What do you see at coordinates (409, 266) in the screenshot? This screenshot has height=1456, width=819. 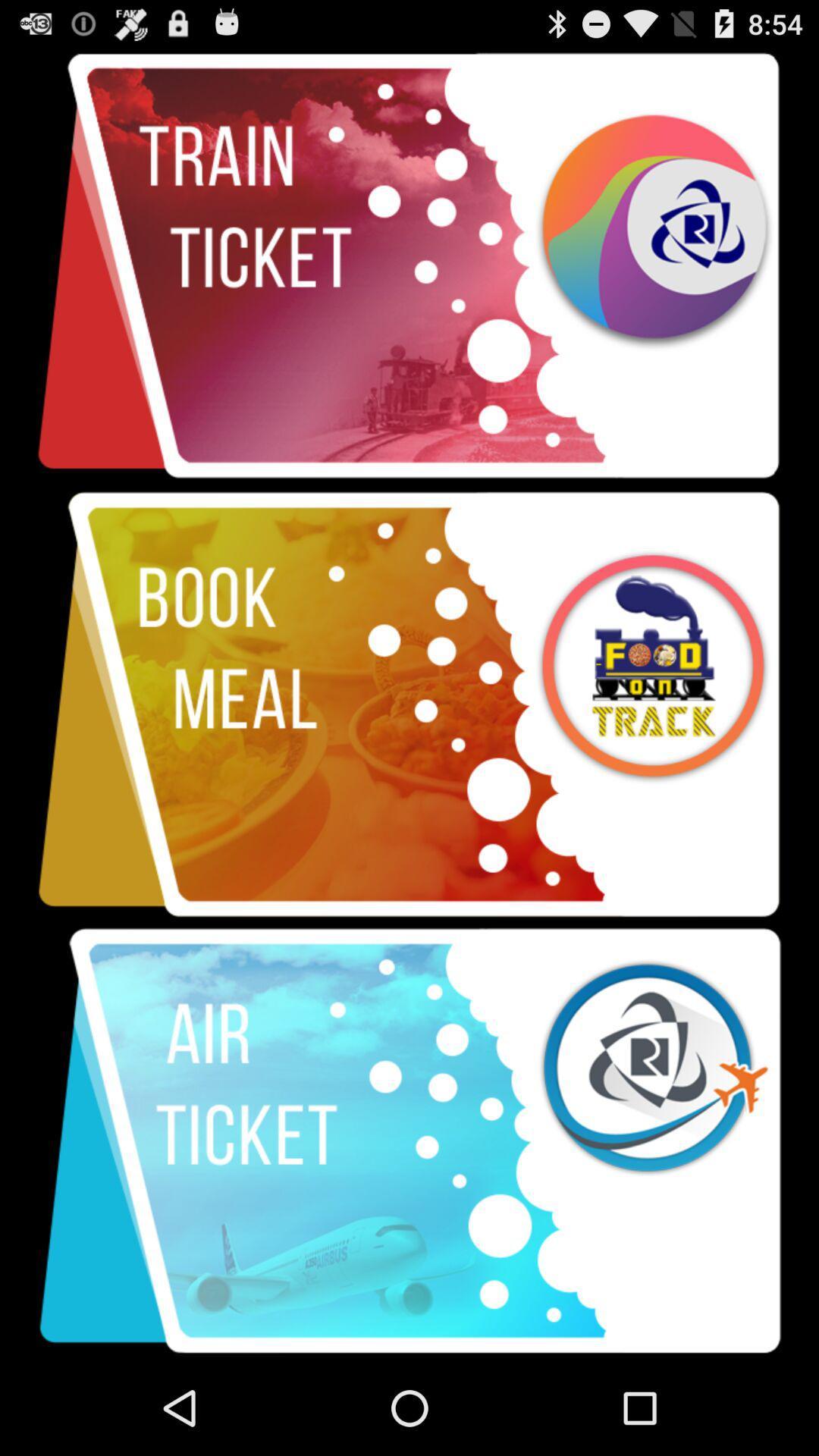 I see `train ticket` at bounding box center [409, 266].